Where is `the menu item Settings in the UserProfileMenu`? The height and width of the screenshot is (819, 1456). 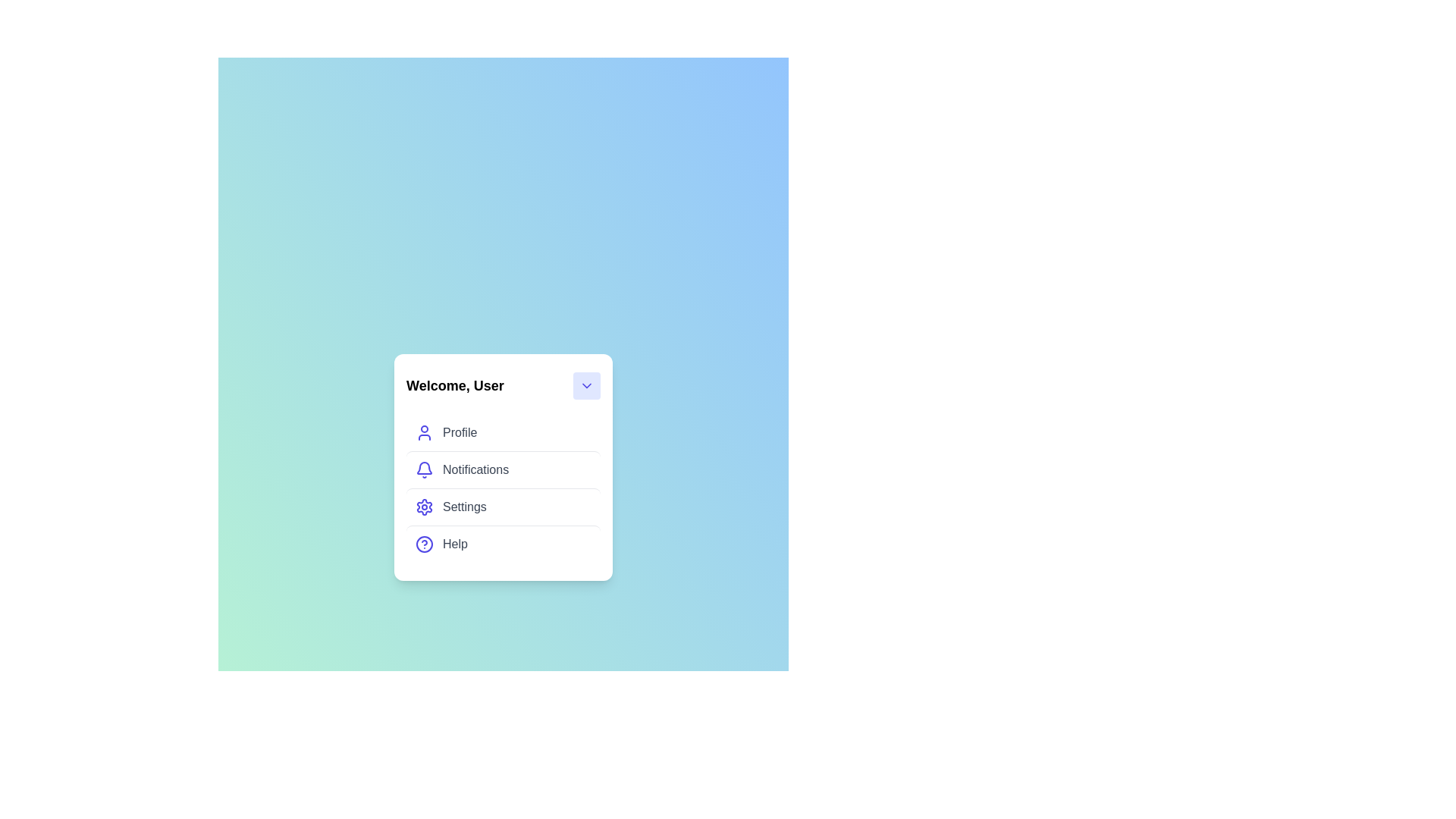
the menu item Settings in the UserProfileMenu is located at coordinates (503, 506).